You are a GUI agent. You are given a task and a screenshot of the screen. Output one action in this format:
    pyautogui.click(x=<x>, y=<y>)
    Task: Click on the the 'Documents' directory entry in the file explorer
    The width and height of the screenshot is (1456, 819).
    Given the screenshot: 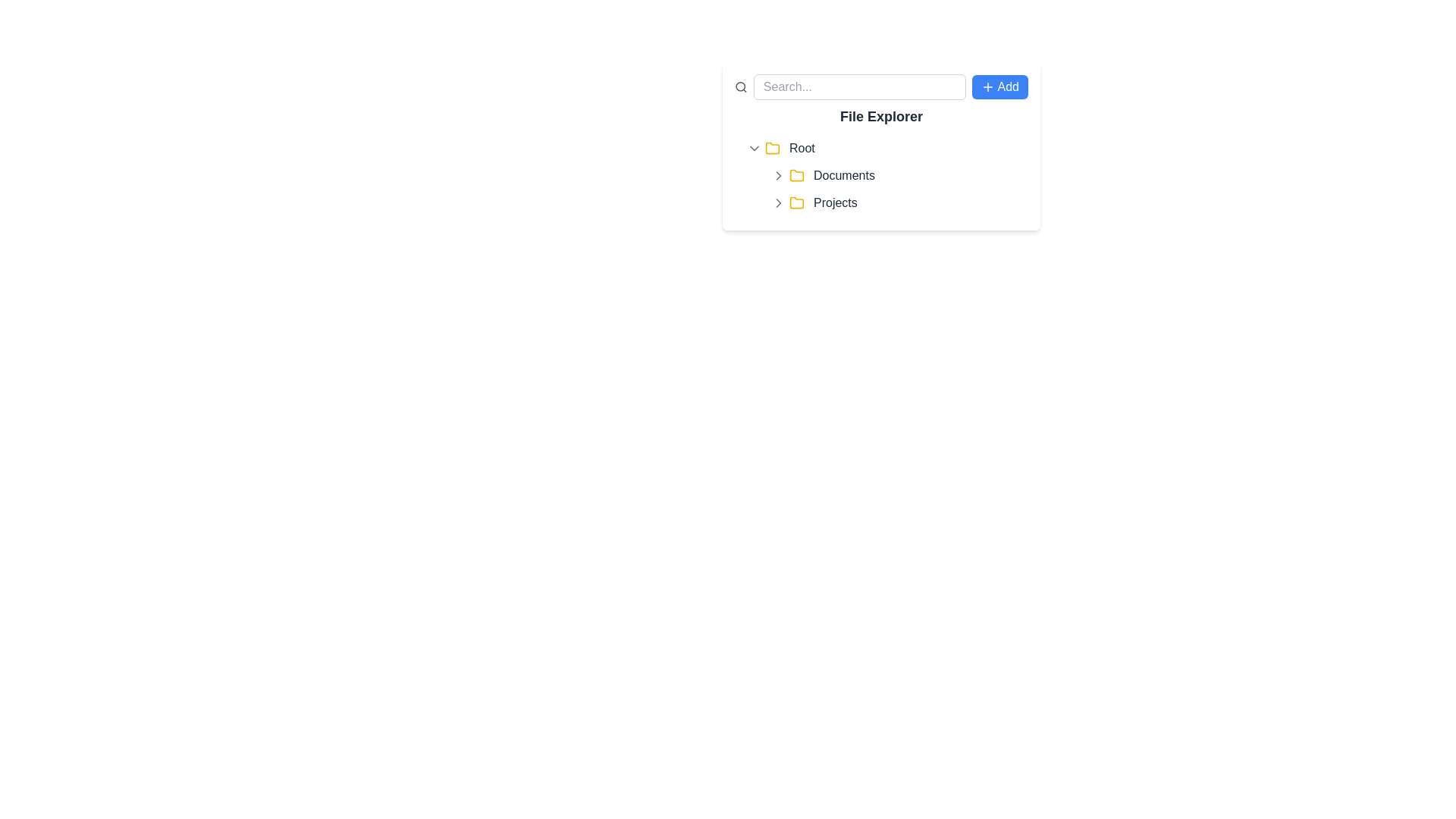 What is the action you would take?
    pyautogui.click(x=886, y=174)
    